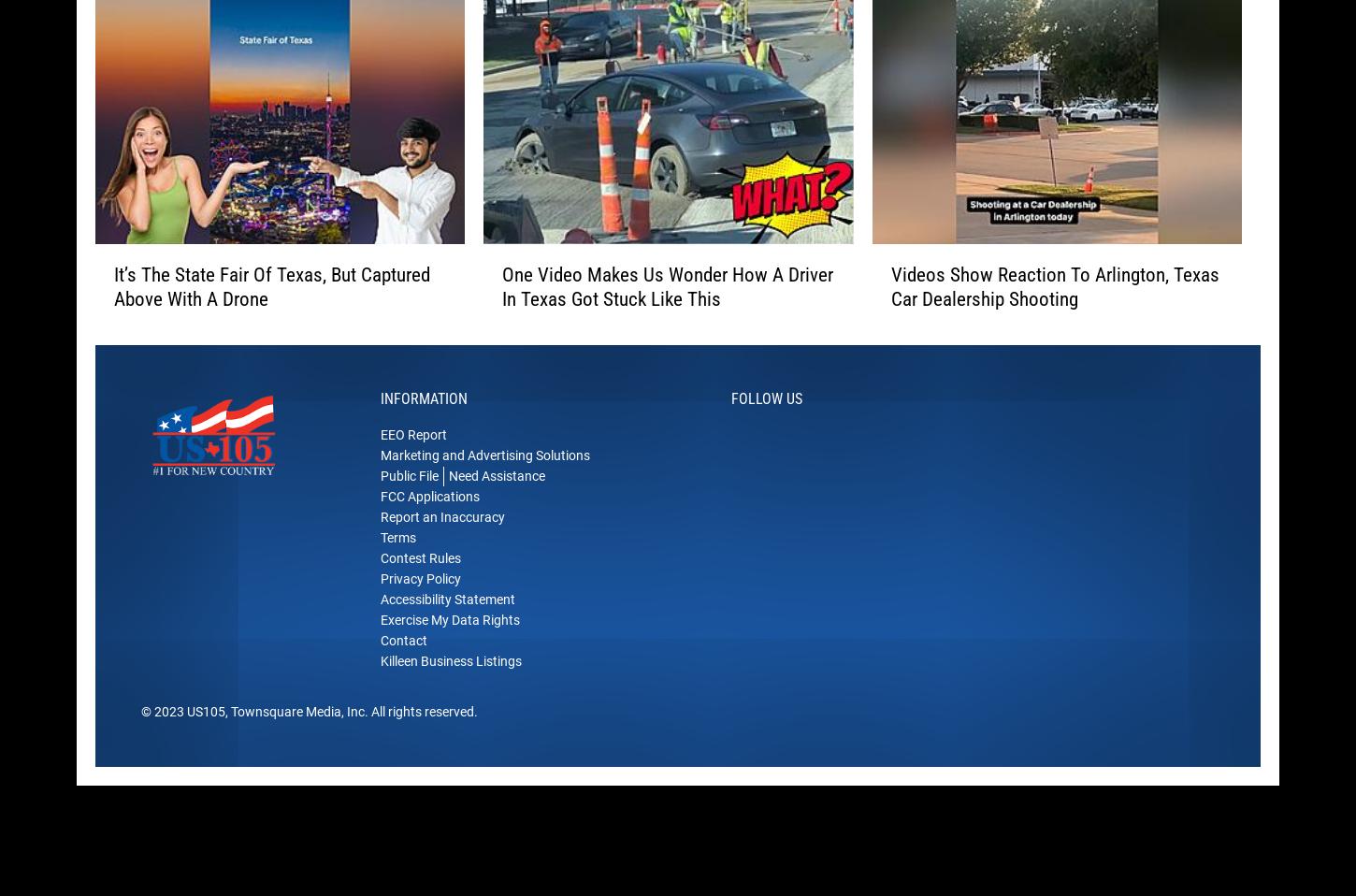 This screenshot has width=1356, height=896. Describe the element at coordinates (205, 740) in the screenshot. I see `'US105'` at that location.